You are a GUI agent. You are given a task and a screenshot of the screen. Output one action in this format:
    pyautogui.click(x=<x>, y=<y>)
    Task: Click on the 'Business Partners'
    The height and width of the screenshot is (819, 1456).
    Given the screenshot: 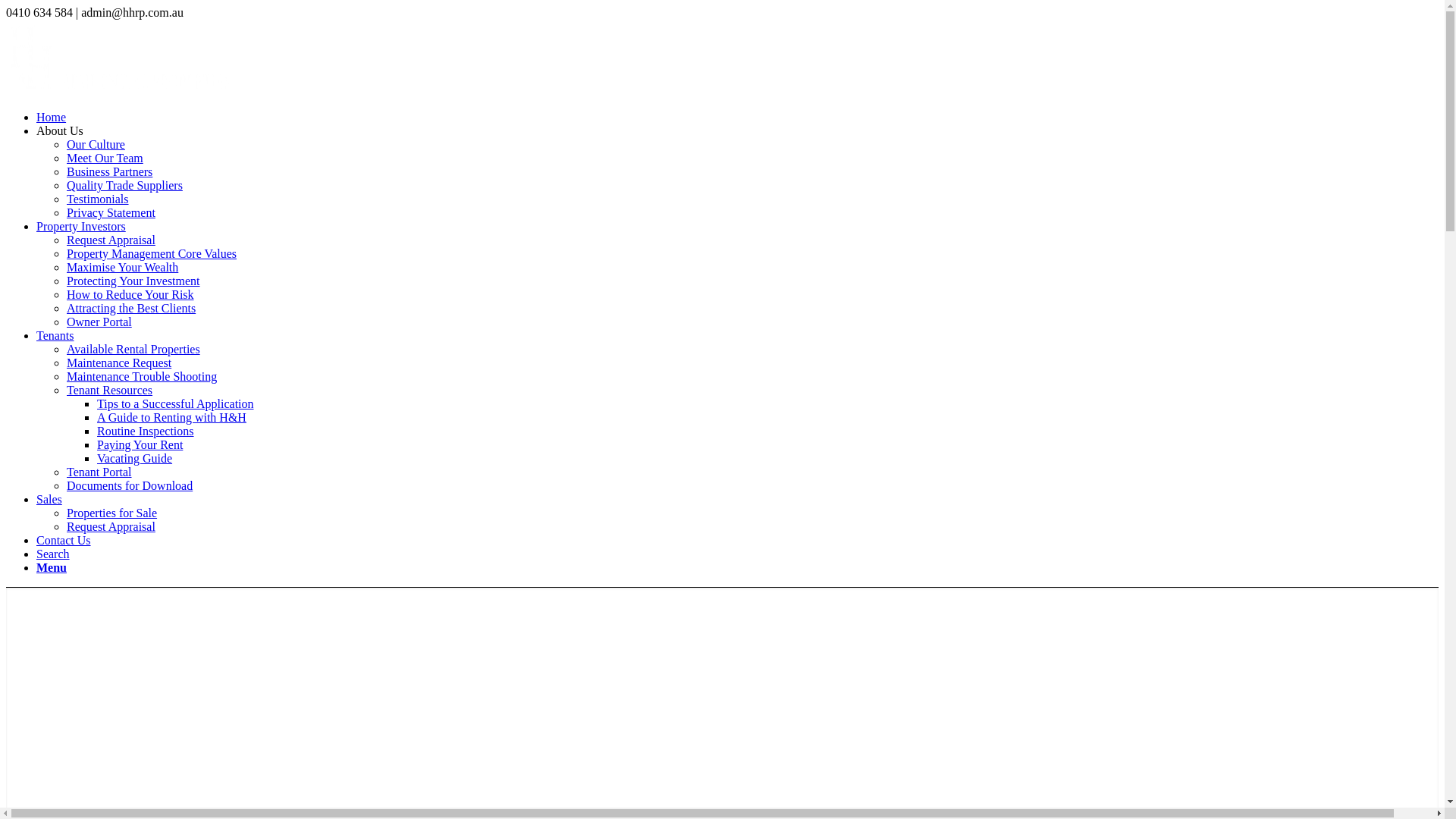 What is the action you would take?
    pyautogui.click(x=108, y=171)
    